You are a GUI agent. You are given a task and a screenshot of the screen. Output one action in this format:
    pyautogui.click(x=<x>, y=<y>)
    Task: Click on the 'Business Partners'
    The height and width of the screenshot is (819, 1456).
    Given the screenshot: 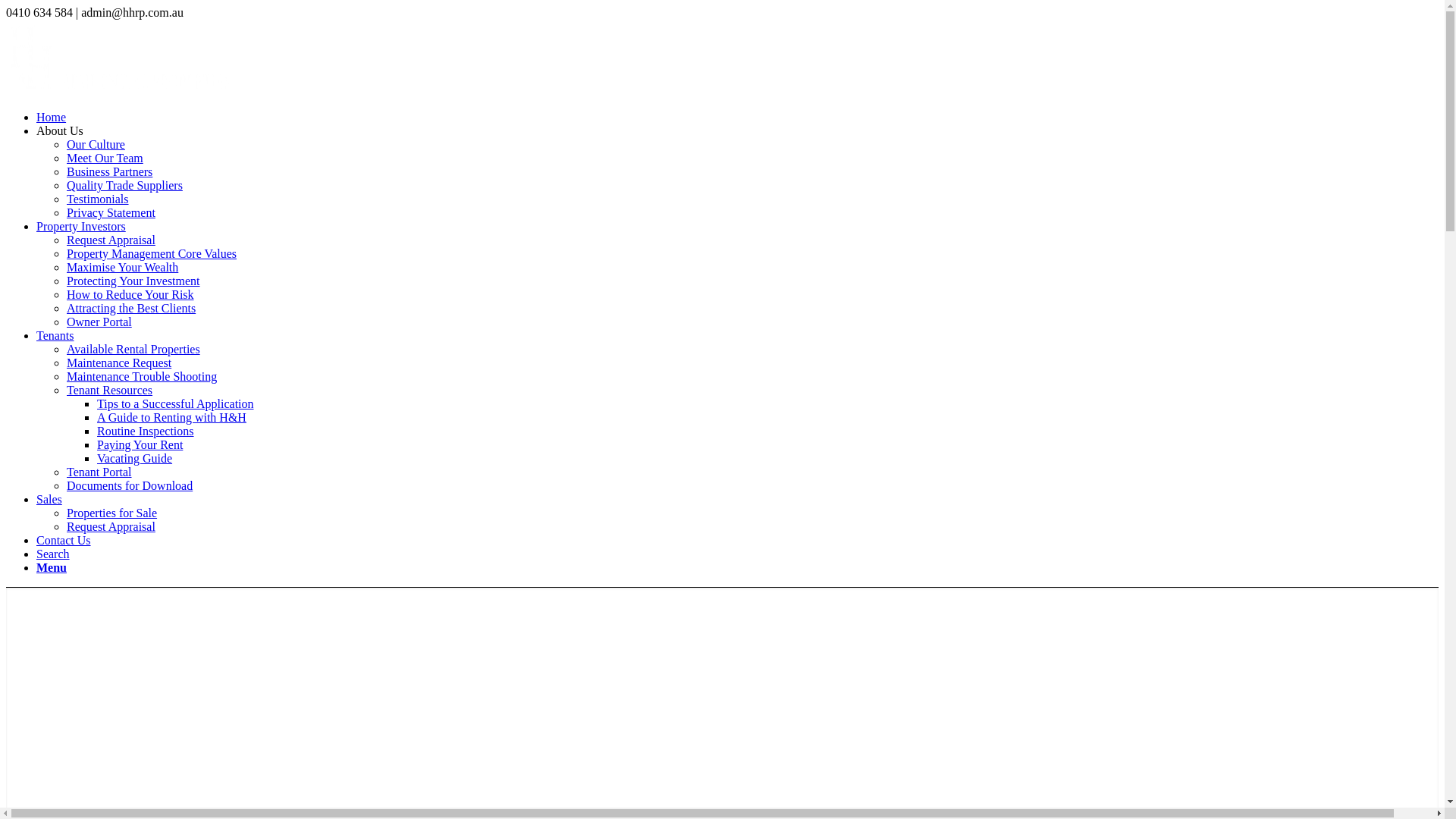 What is the action you would take?
    pyautogui.click(x=108, y=171)
    